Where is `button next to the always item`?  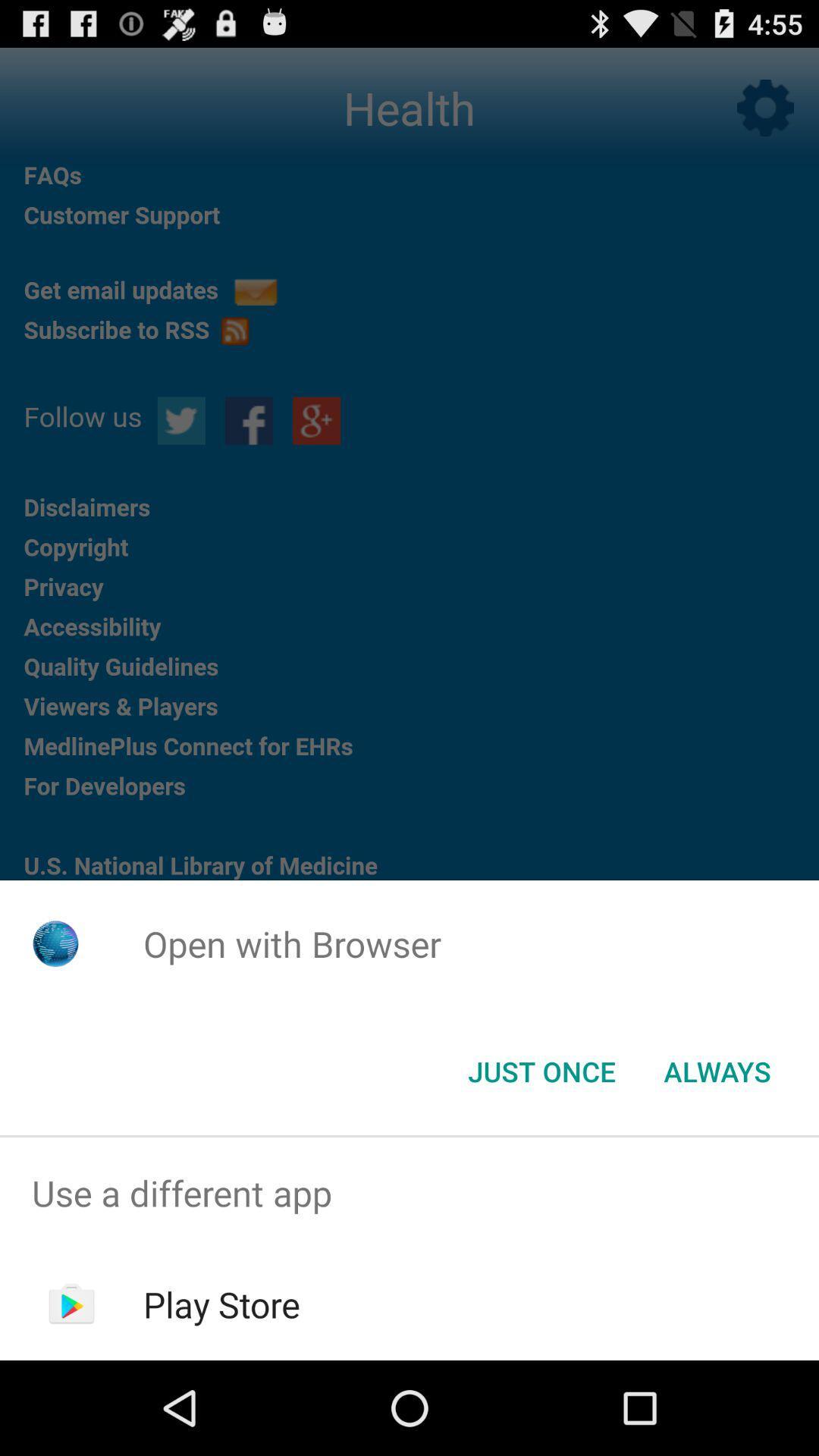 button next to the always item is located at coordinates (541, 1070).